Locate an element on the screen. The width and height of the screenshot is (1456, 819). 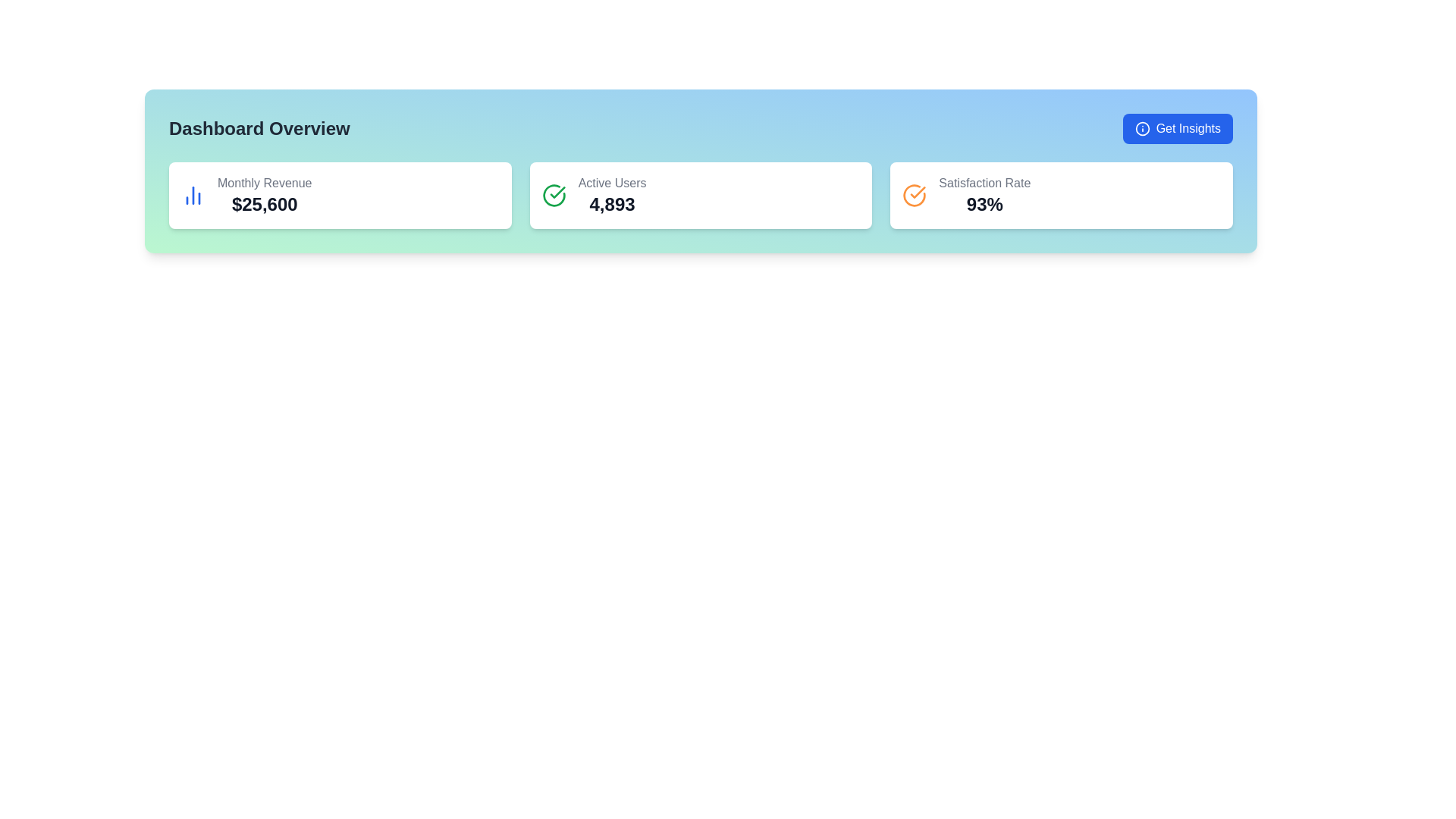
the Graphic Icon associated with the 'Monthly Revenue' information, which is located to the left of the title 'Monthly Revenue' and the number '$25,600' is located at coordinates (192, 195).